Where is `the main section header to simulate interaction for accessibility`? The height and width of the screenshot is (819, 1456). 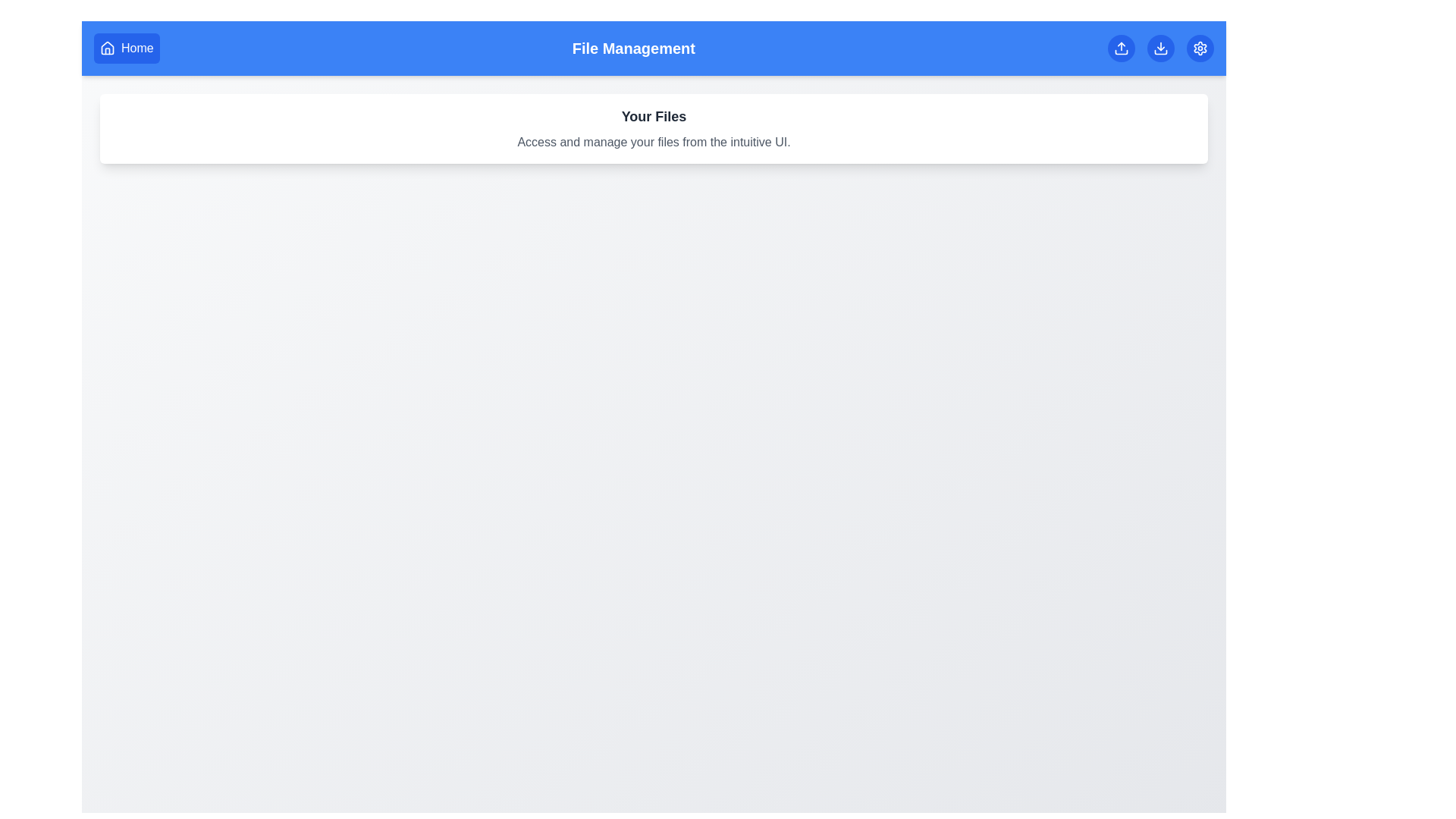 the main section header to simulate interaction for accessibility is located at coordinates (654, 116).